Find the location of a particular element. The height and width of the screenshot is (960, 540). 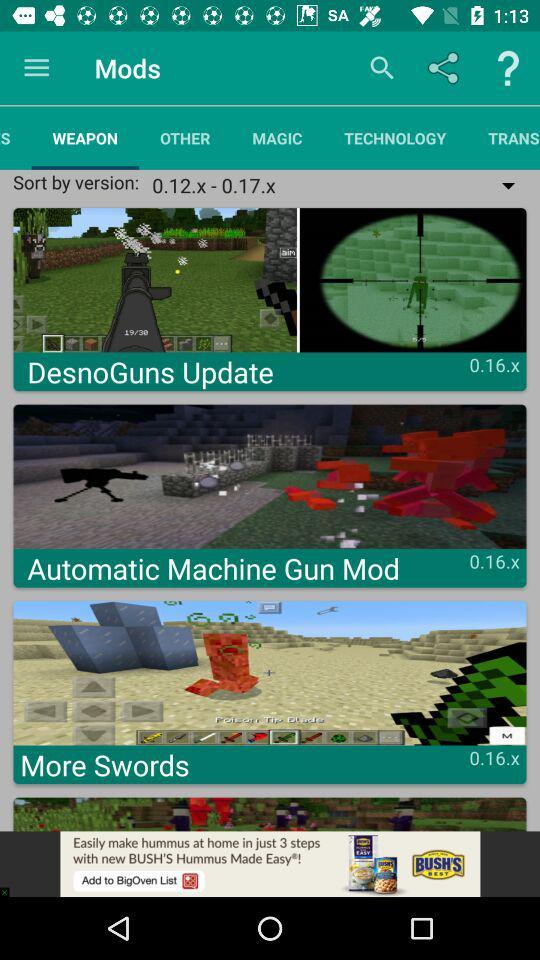

weapon item is located at coordinates (84, 137).